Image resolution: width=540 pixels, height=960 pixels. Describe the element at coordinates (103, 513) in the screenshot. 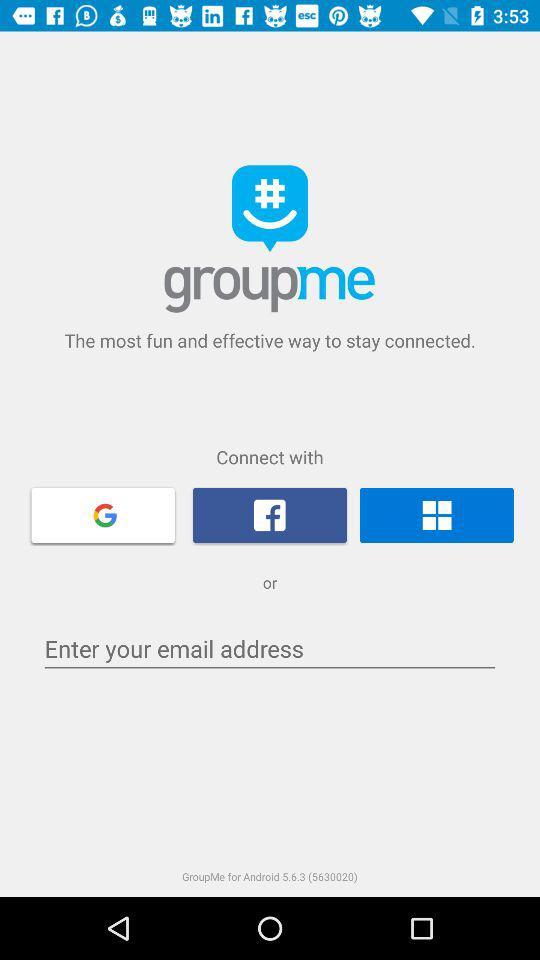

I see `the item above or` at that location.